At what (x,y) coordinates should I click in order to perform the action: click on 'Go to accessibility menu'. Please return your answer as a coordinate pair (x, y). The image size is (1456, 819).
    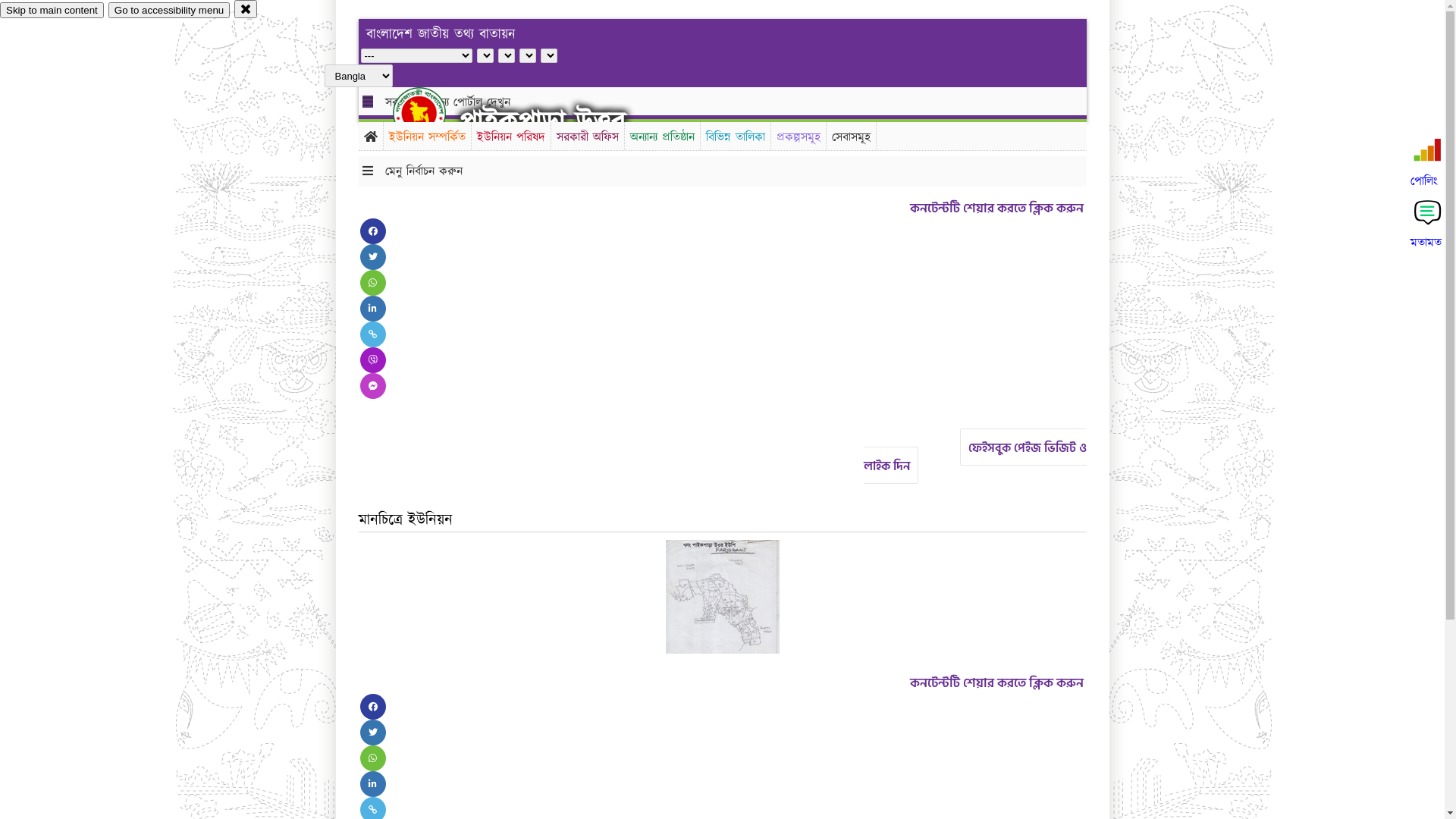
    Looking at the image, I should click on (168, 10).